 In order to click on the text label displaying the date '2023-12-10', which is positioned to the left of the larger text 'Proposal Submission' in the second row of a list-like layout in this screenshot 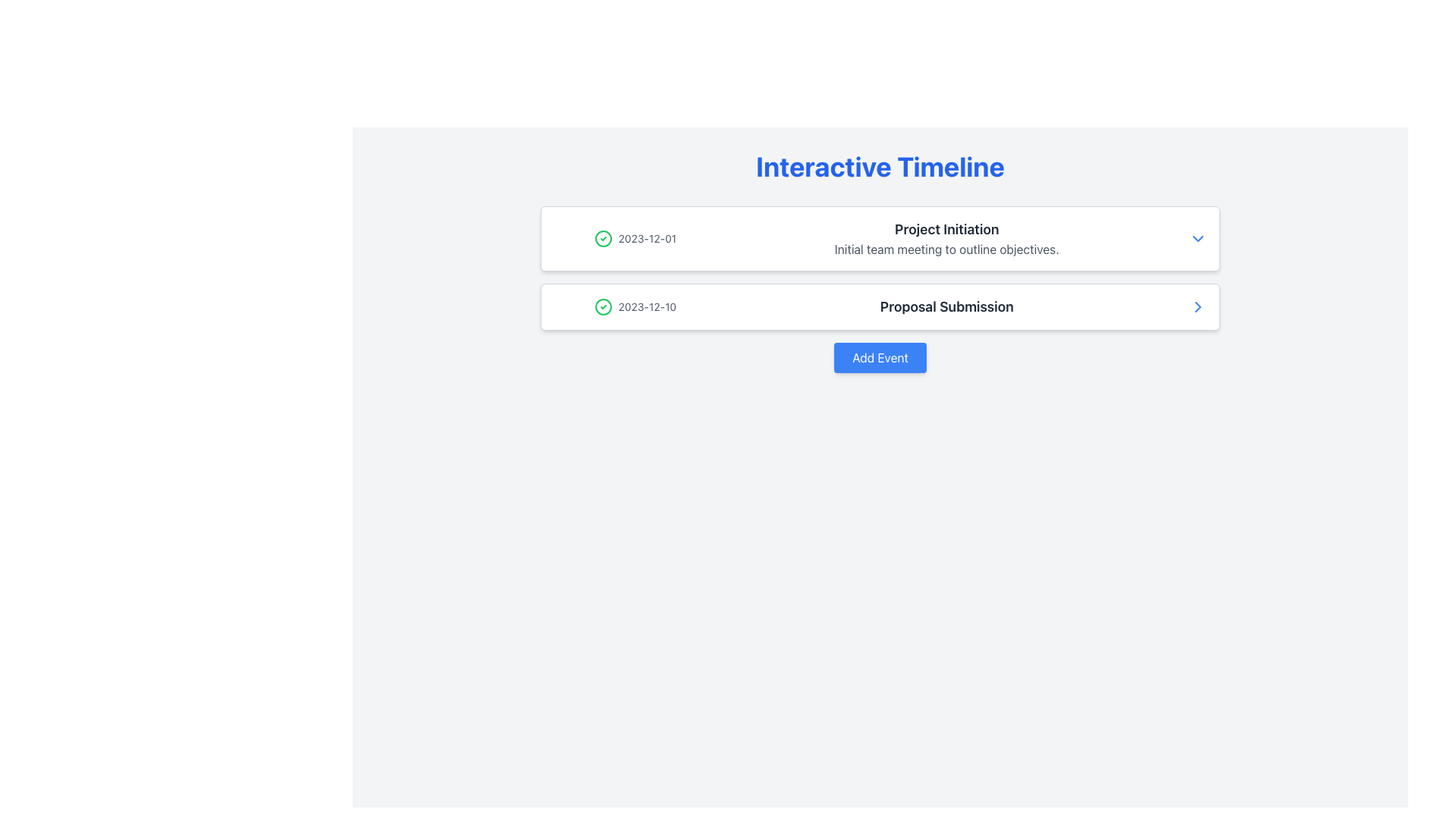, I will do `click(635, 307)`.